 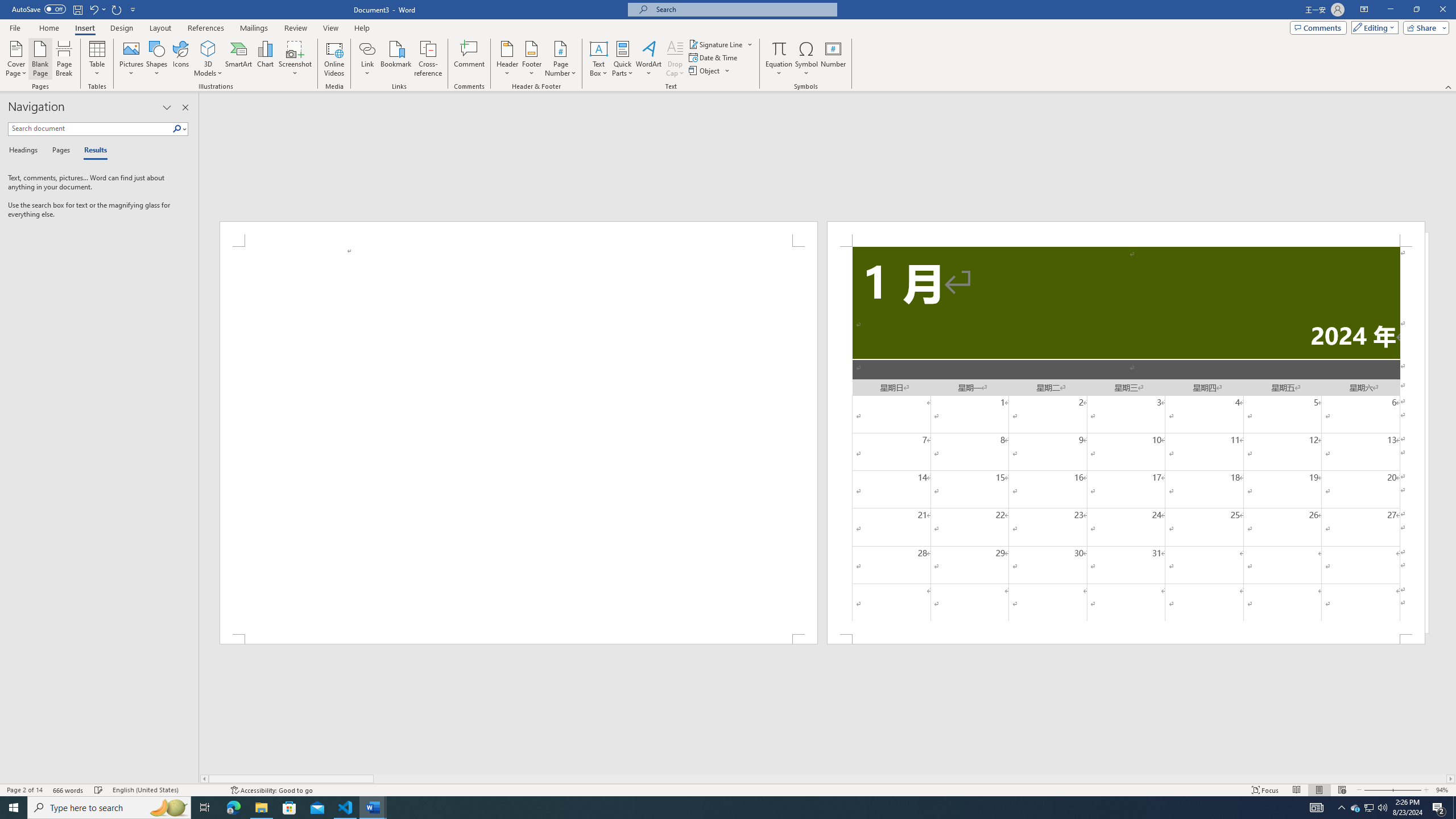 What do you see at coordinates (24, 790) in the screenshot?
I see `'Page Number Page 2 of 14'` at bounding box center [24, 790].